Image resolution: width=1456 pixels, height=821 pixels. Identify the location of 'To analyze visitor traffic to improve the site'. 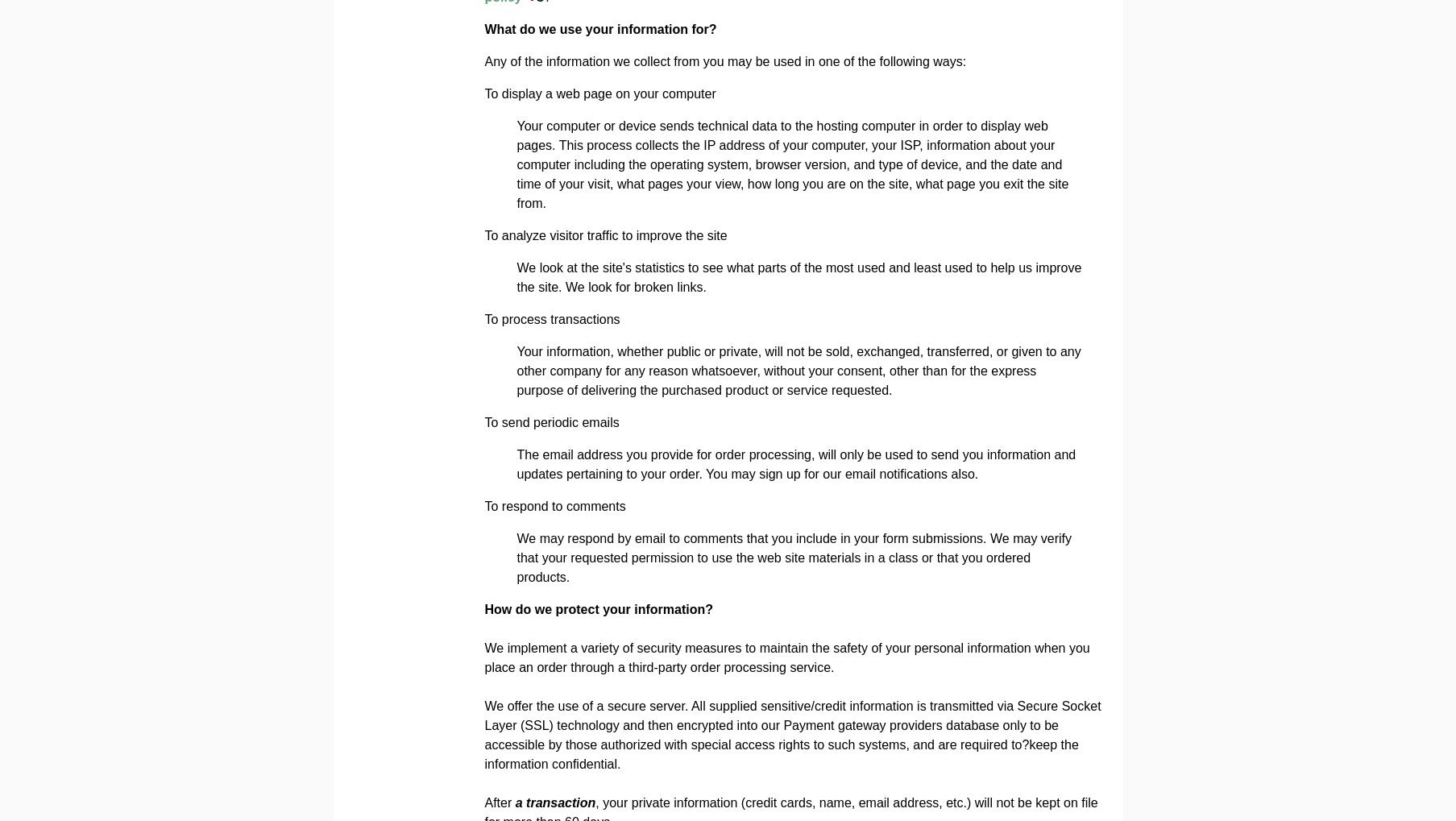
(605, 234).